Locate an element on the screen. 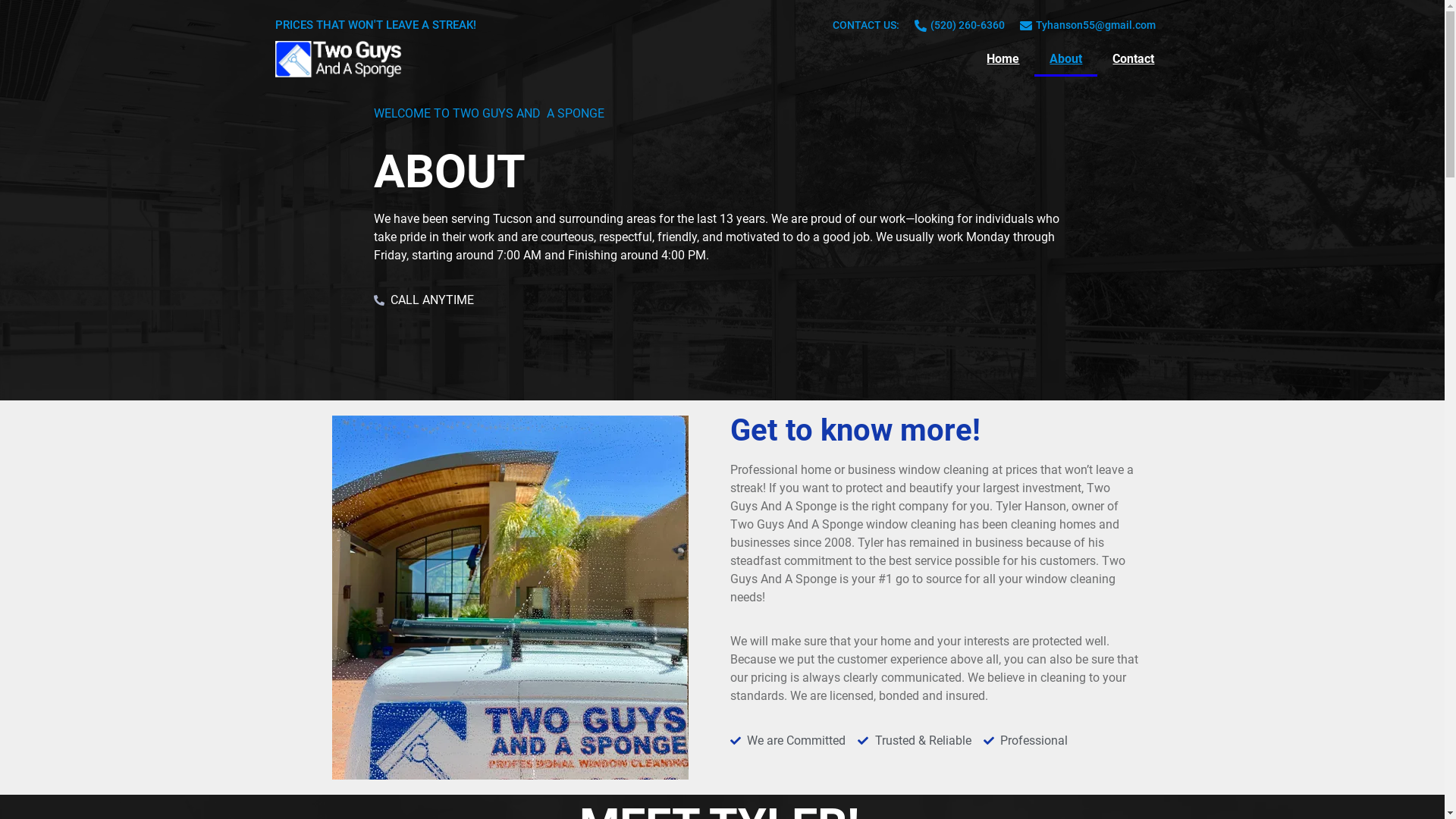 This screenshot has width=1456, height=819. 'Contact' is located at coordinates (1133, 58).